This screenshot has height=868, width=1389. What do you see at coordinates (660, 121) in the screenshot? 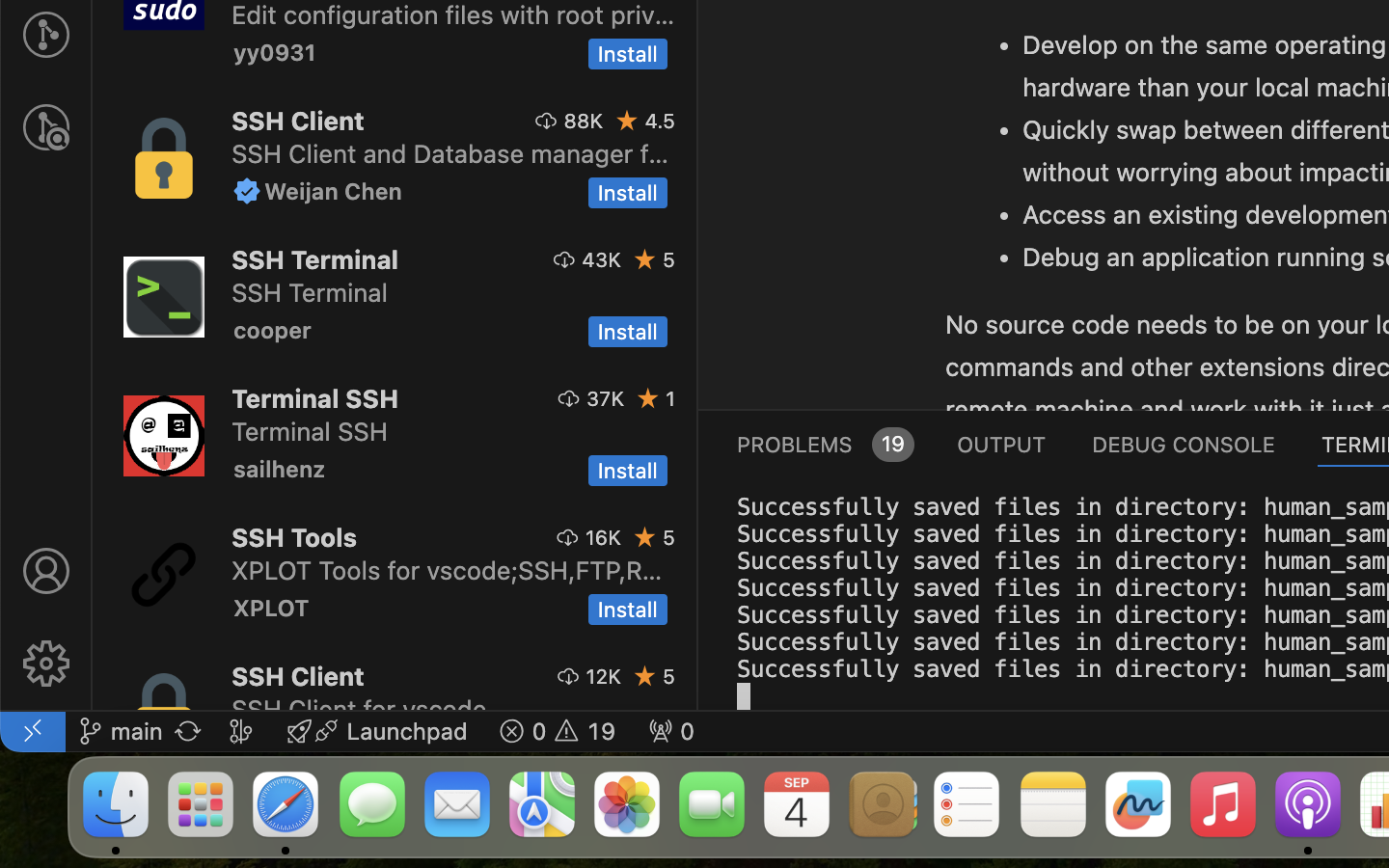
I see `'4.5'` at bounding box center [660, 121].